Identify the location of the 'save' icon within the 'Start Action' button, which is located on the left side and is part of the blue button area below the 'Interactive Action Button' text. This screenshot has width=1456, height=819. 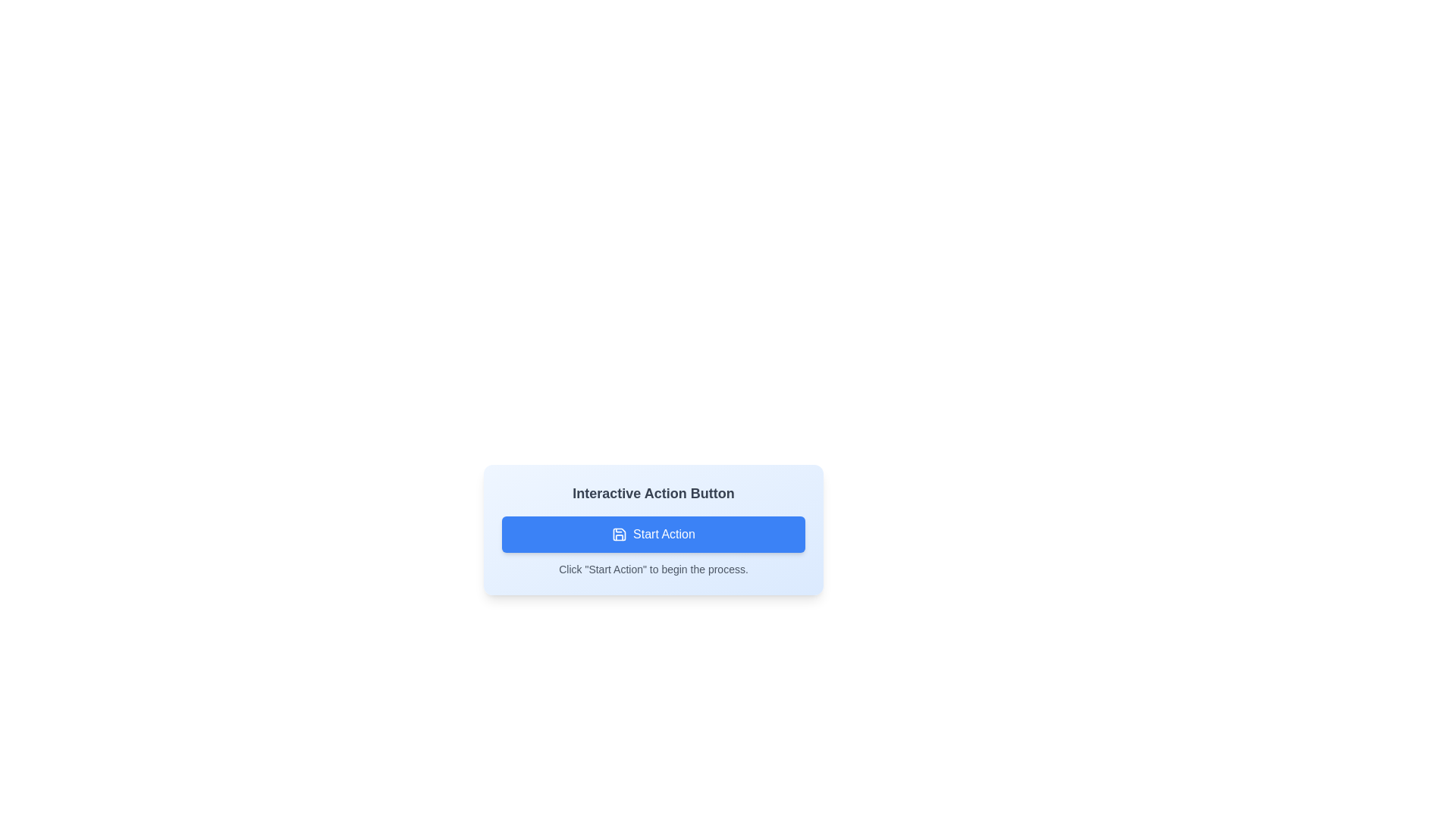
(620, 534).